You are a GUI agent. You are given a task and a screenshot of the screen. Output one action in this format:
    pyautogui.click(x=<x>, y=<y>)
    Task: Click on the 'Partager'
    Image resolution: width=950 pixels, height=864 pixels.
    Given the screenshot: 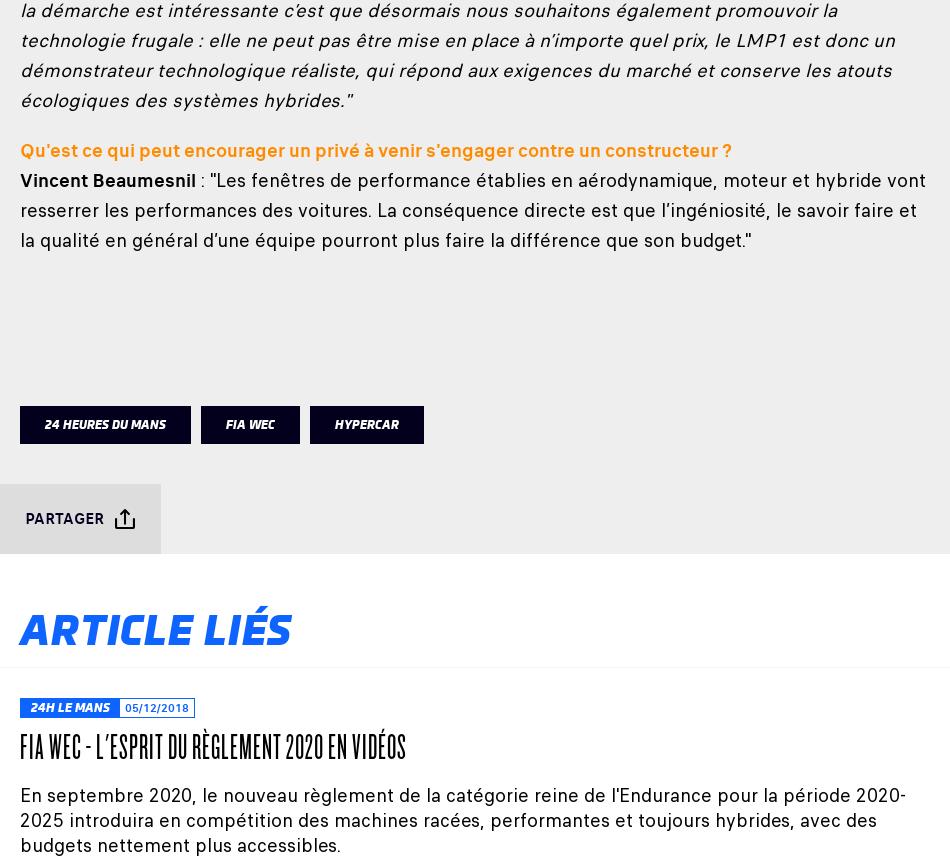 What is the action you would take?
    pyautogui.click(x=64, y=518)
    